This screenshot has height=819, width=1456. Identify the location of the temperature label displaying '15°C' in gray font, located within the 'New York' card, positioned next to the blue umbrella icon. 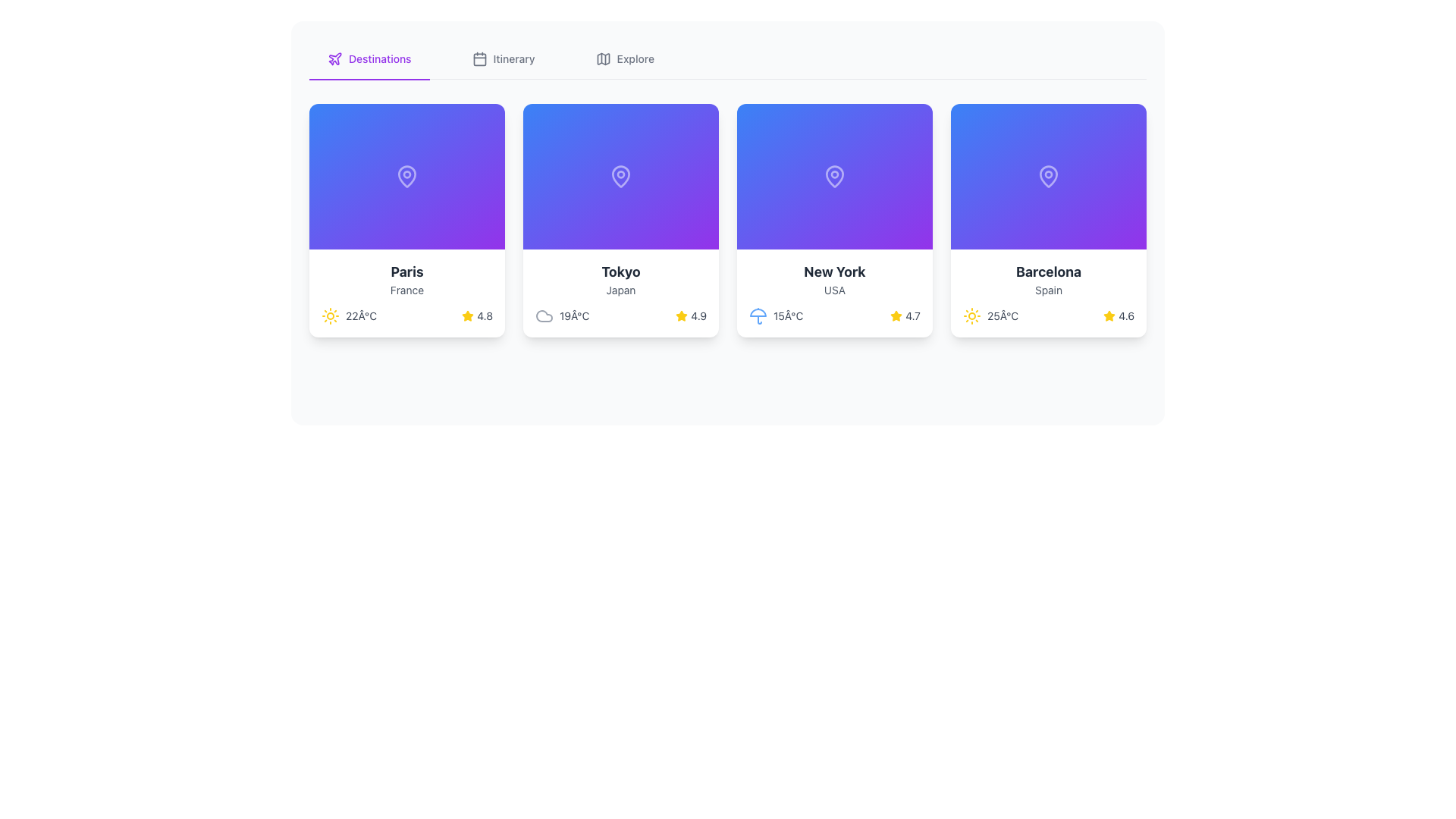
(776, 315).